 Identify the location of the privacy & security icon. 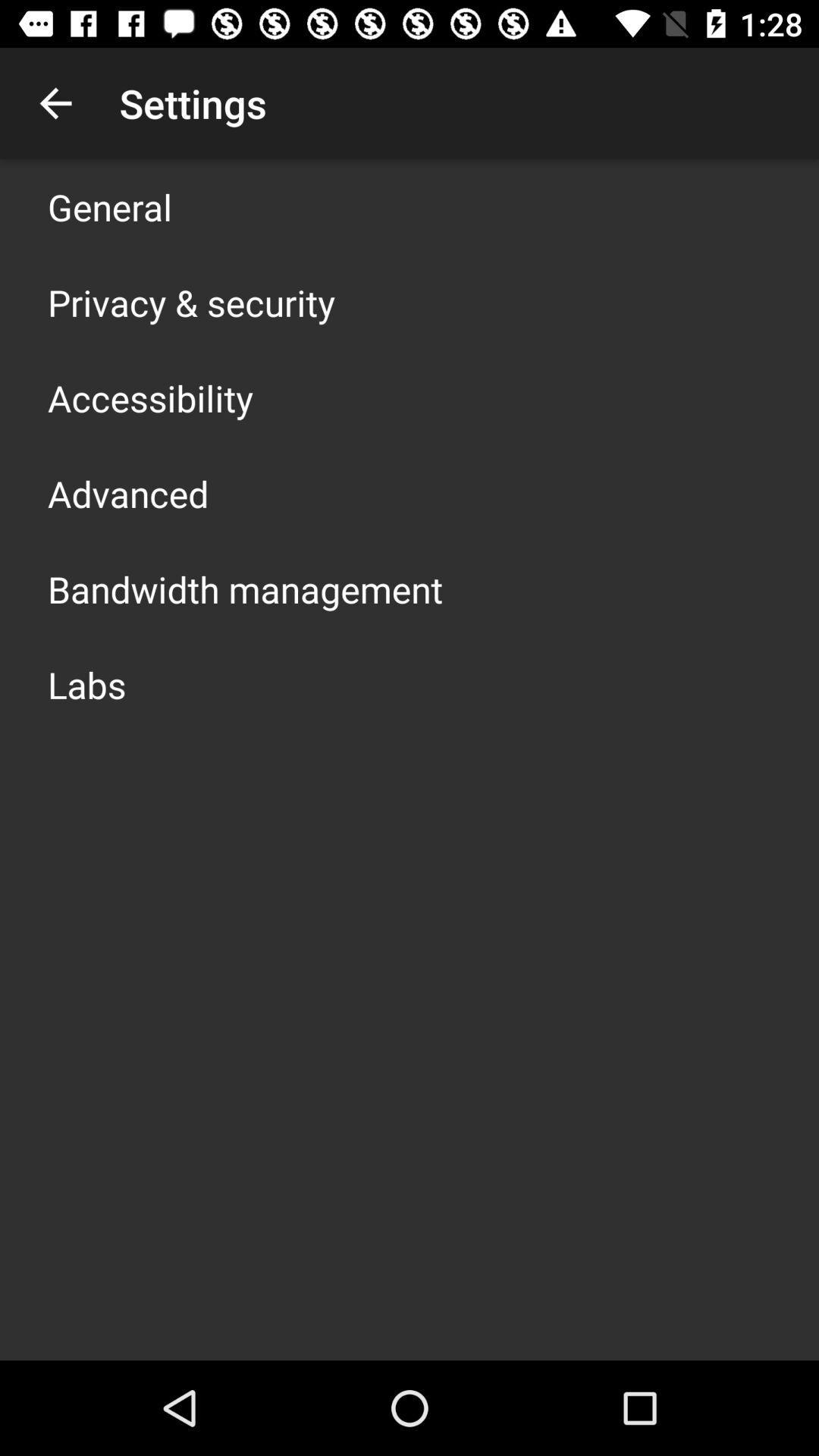
(190, 302).